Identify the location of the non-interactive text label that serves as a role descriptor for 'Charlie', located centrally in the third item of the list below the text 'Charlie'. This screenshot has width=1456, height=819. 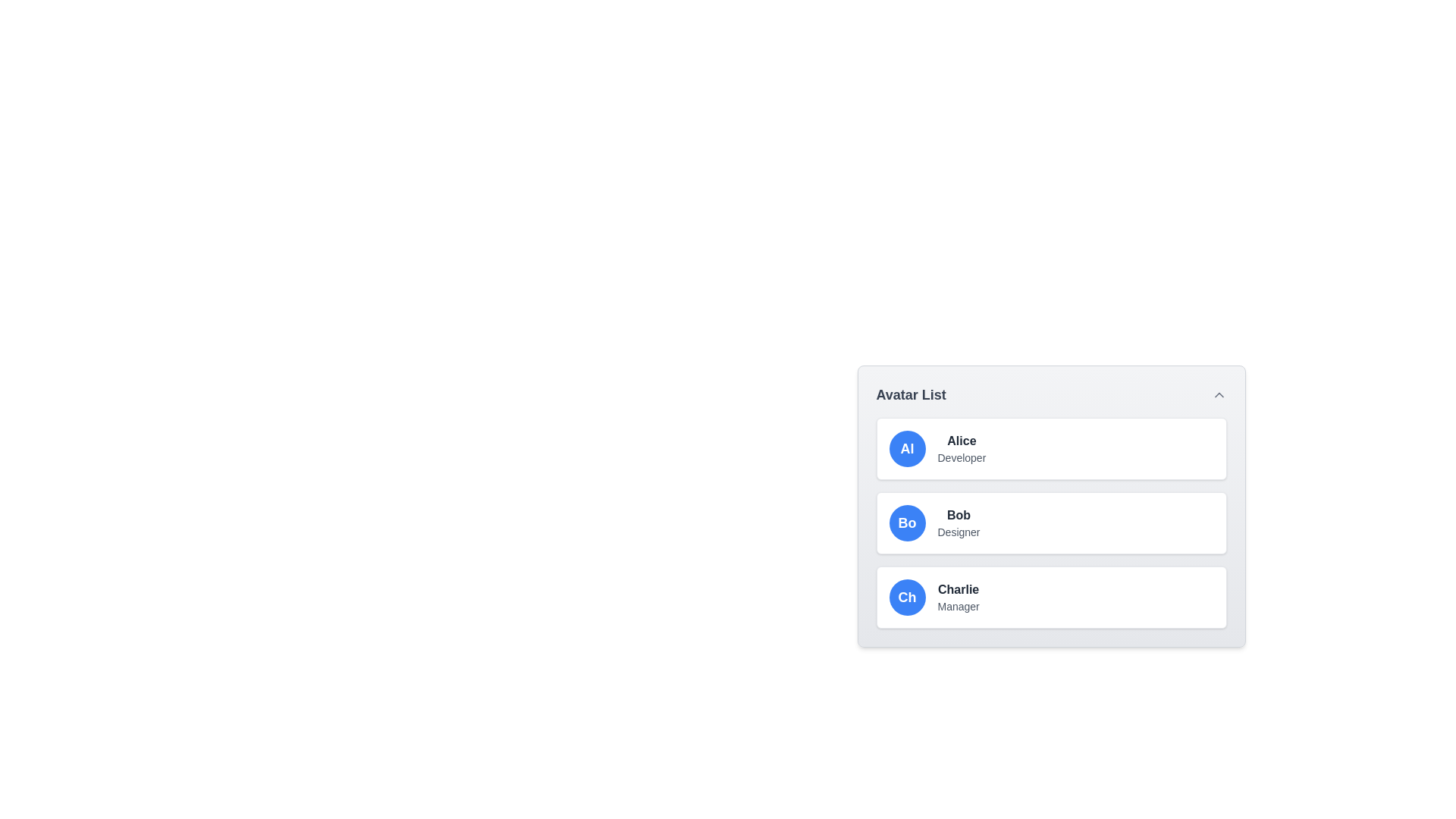
(958, 605).